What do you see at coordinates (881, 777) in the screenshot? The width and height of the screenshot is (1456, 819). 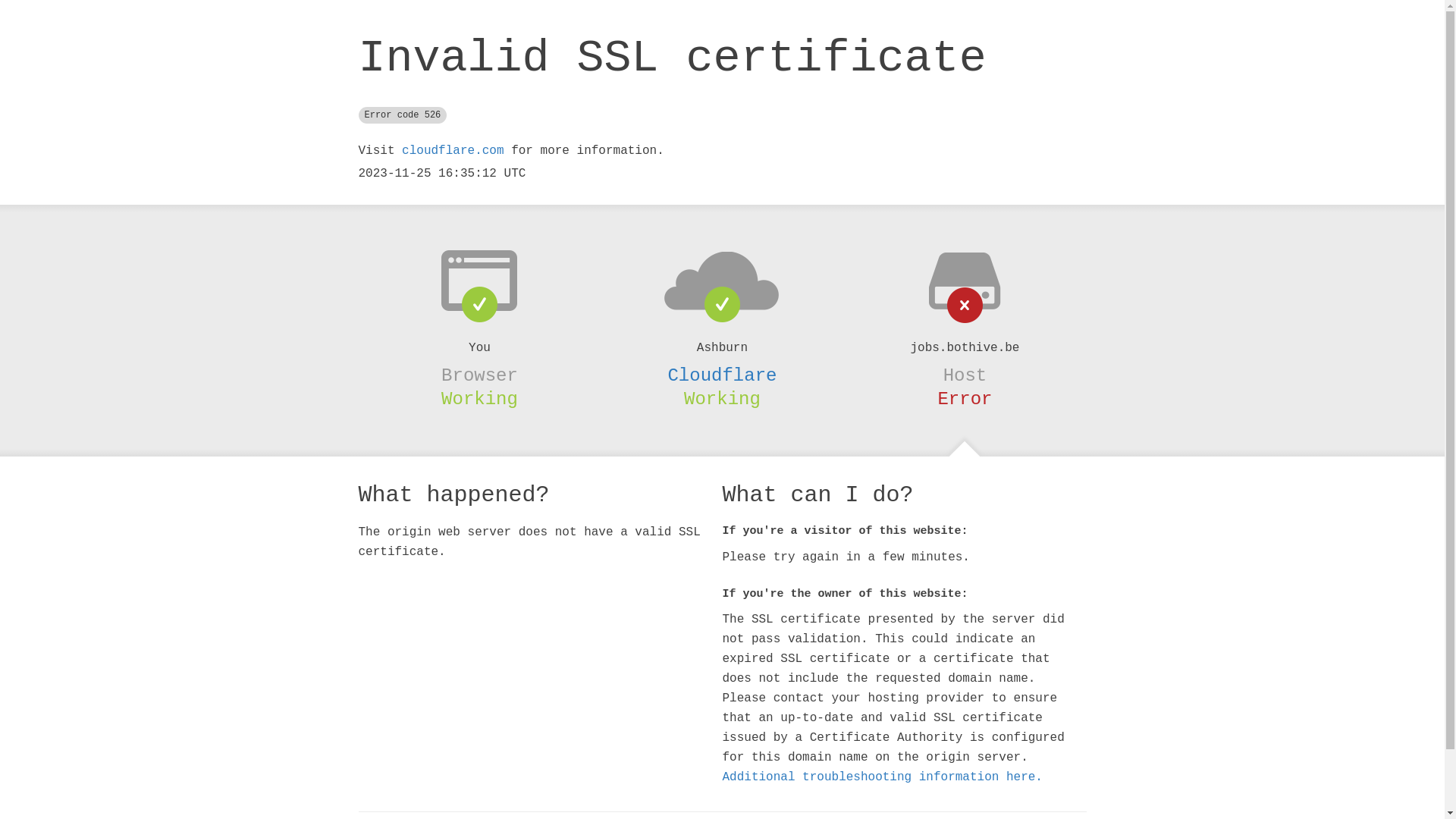 I see `'Additional troubleshooting information here.'` at bounding box center [881, 777].